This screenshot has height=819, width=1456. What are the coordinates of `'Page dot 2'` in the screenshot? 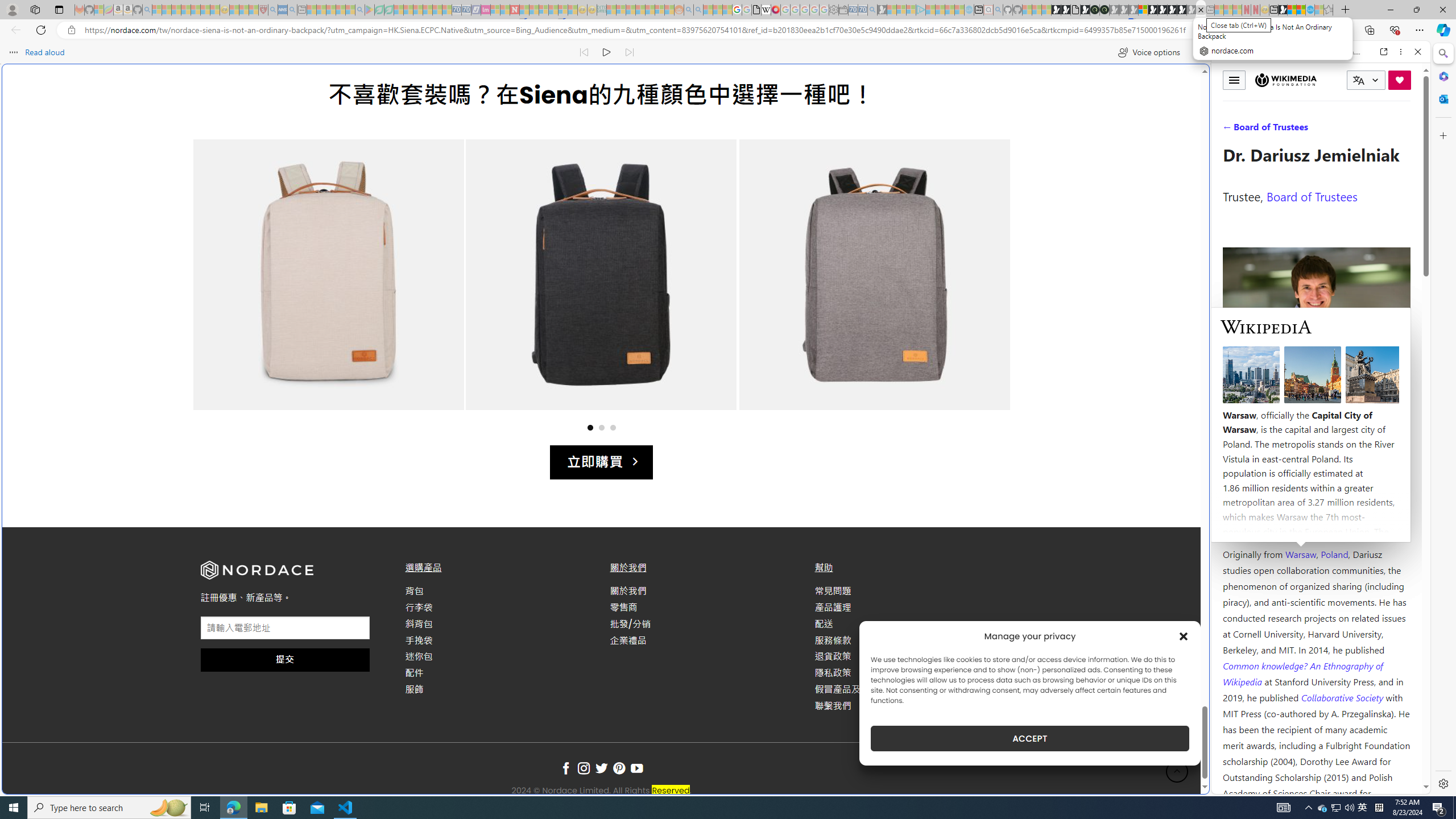 It's located at (601, 427).